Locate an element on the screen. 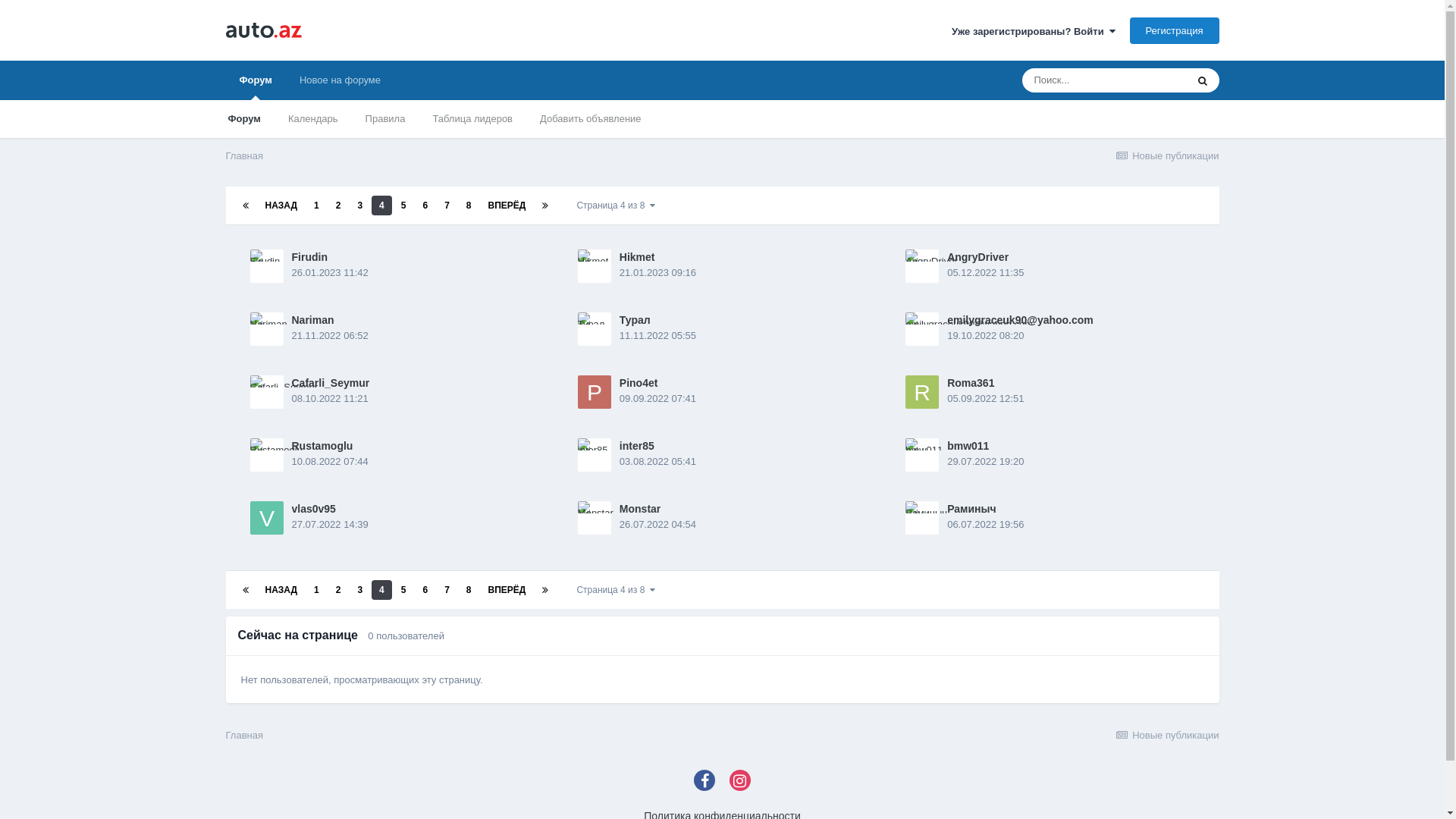  '6' is located at coordinates (425, 205).